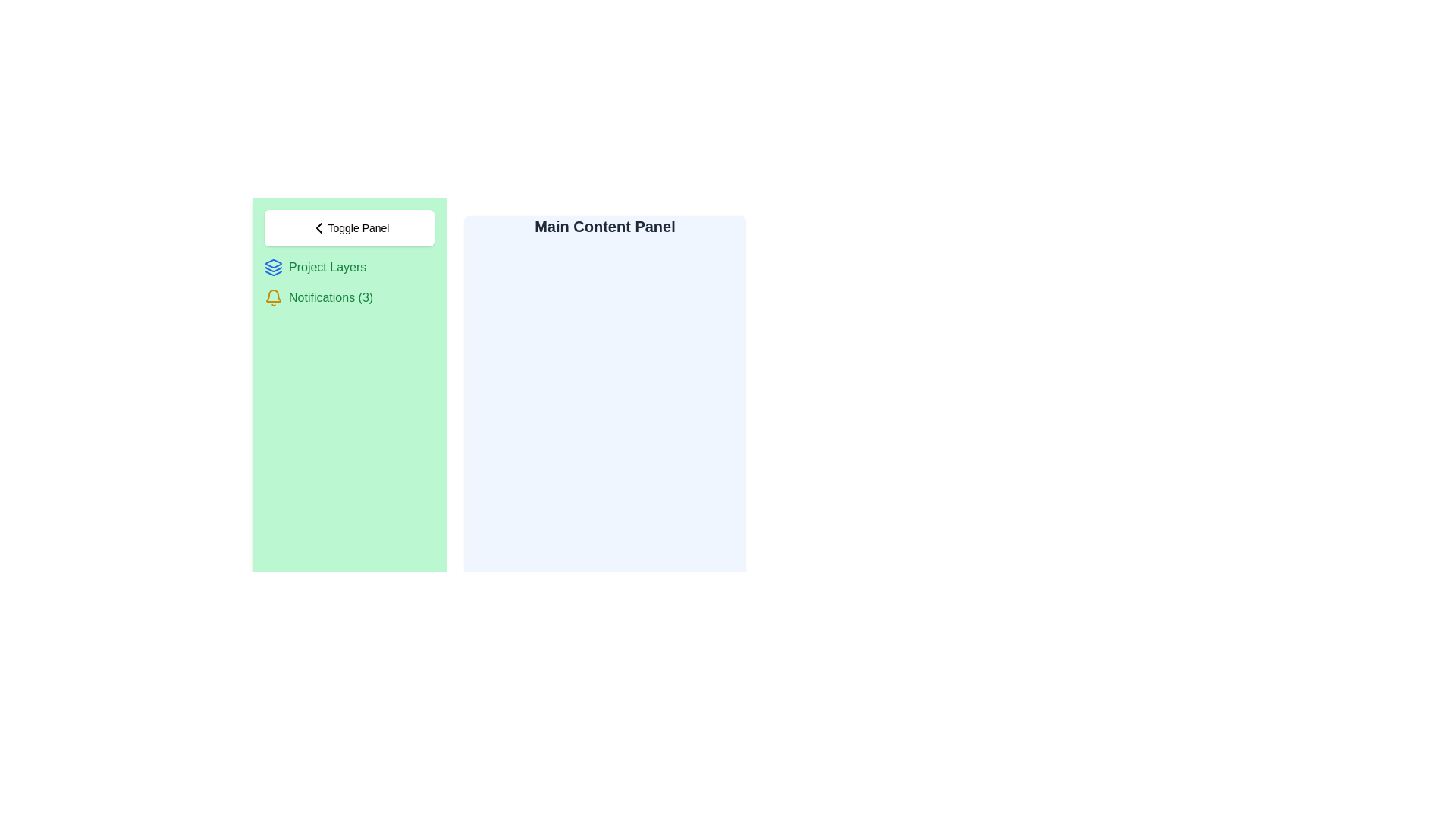  I want to click on the icon representing layers, so click(273, 267).